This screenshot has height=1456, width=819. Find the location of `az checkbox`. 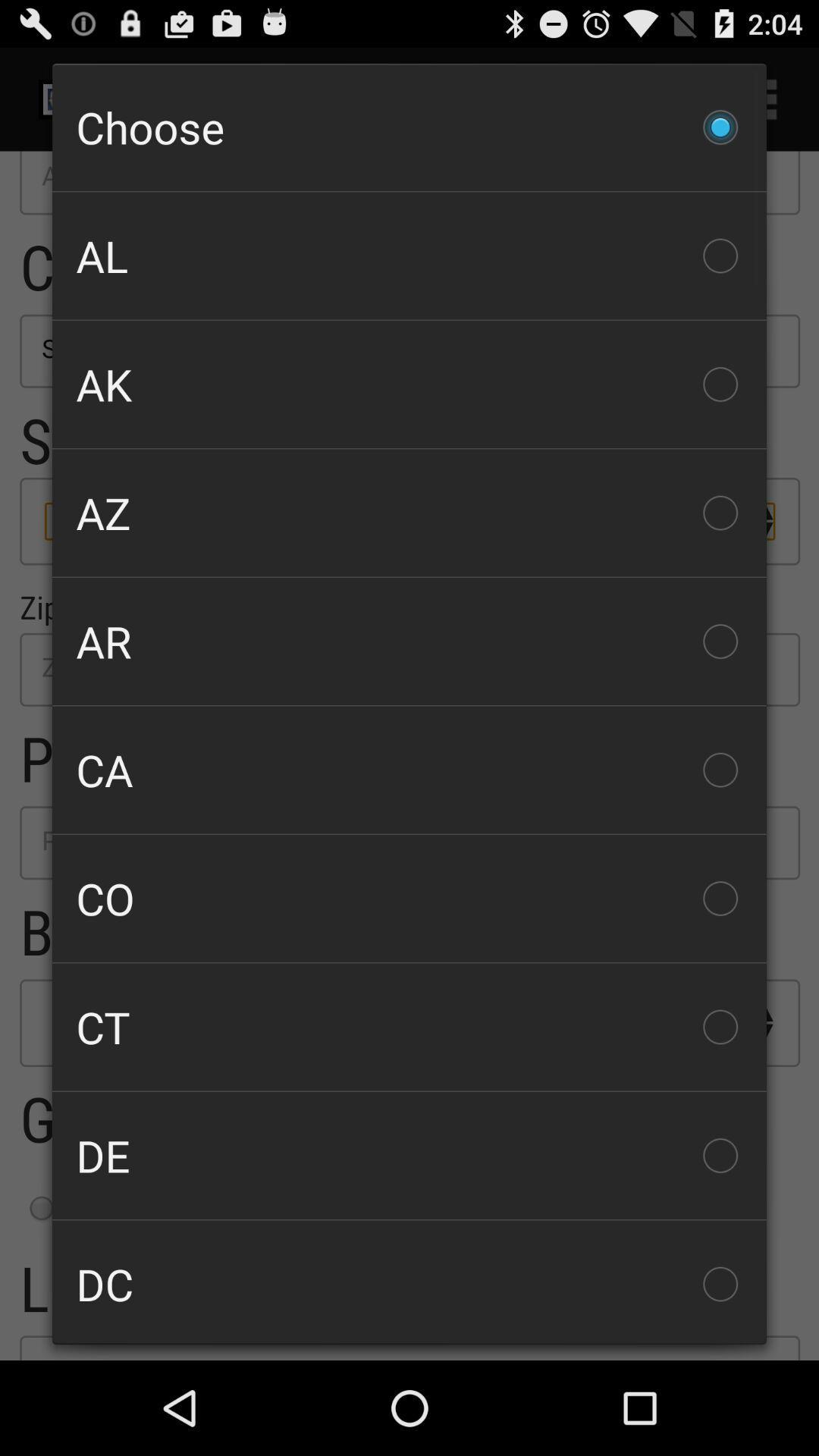

az checkbox is located at coordinates (409, 513).